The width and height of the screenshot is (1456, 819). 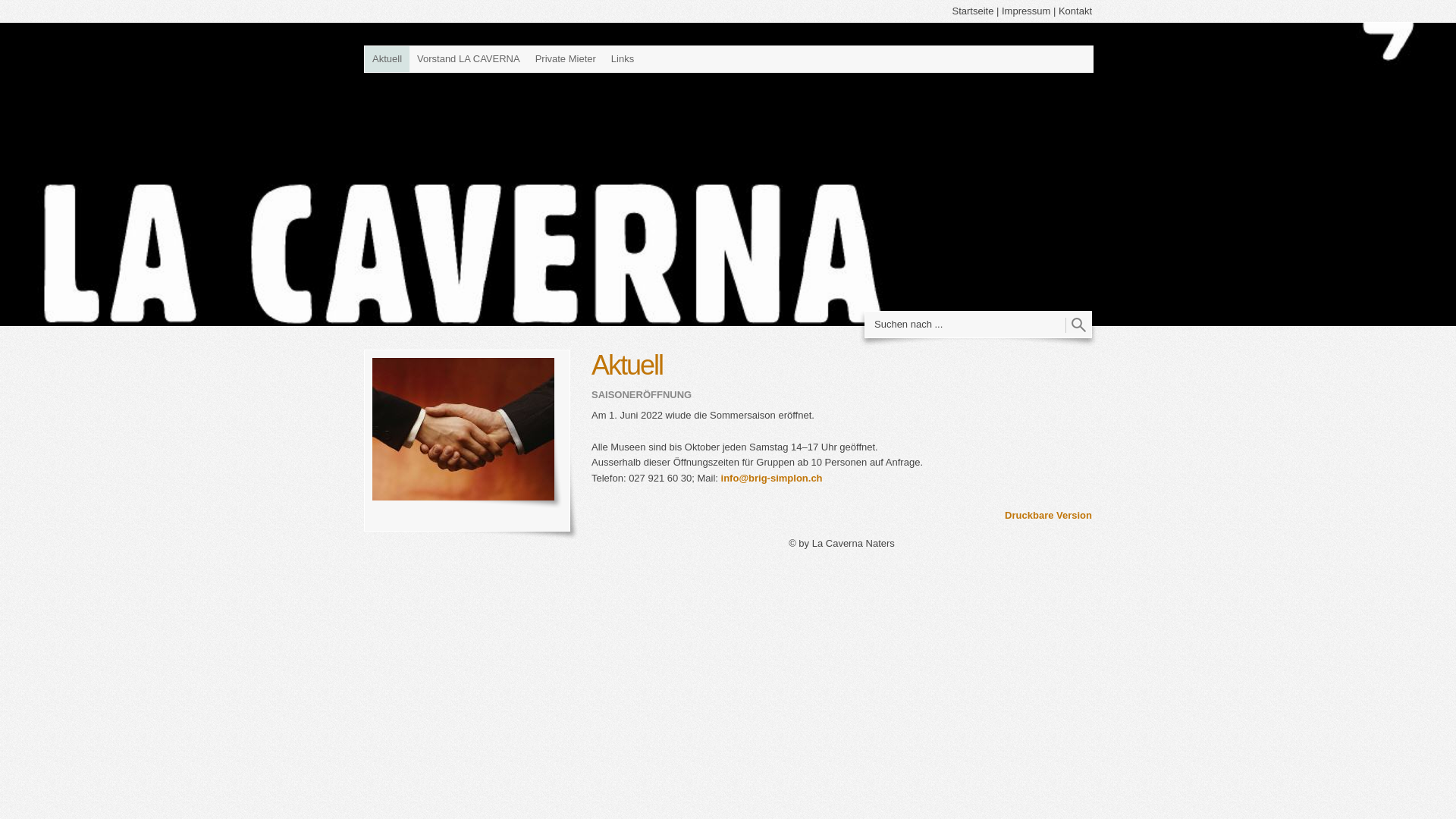 I want to click on 'Startseite', so click(x=972, y=11).